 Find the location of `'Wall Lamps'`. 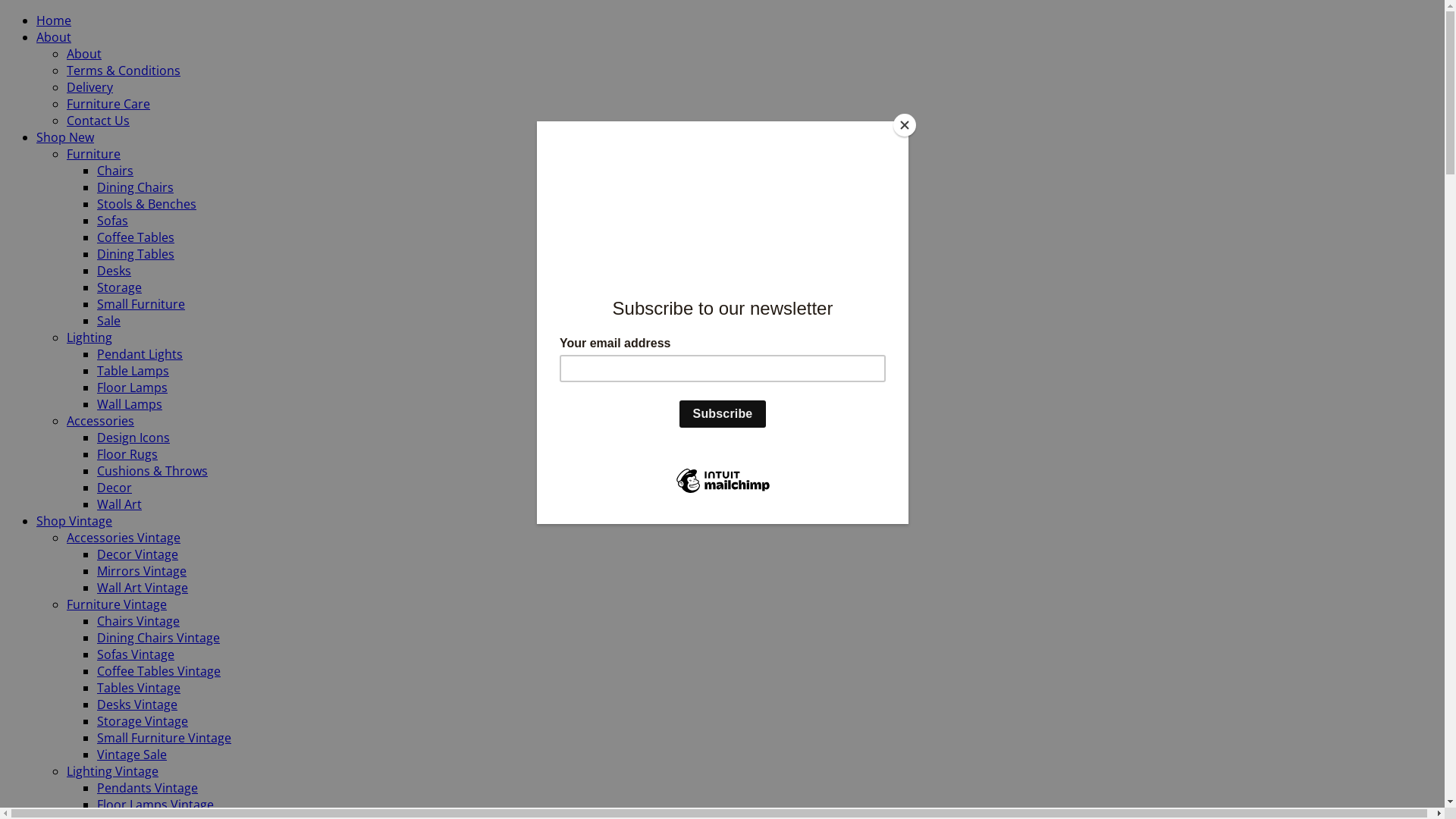

'Wall Lamps' is located at coordinates (130, 403).